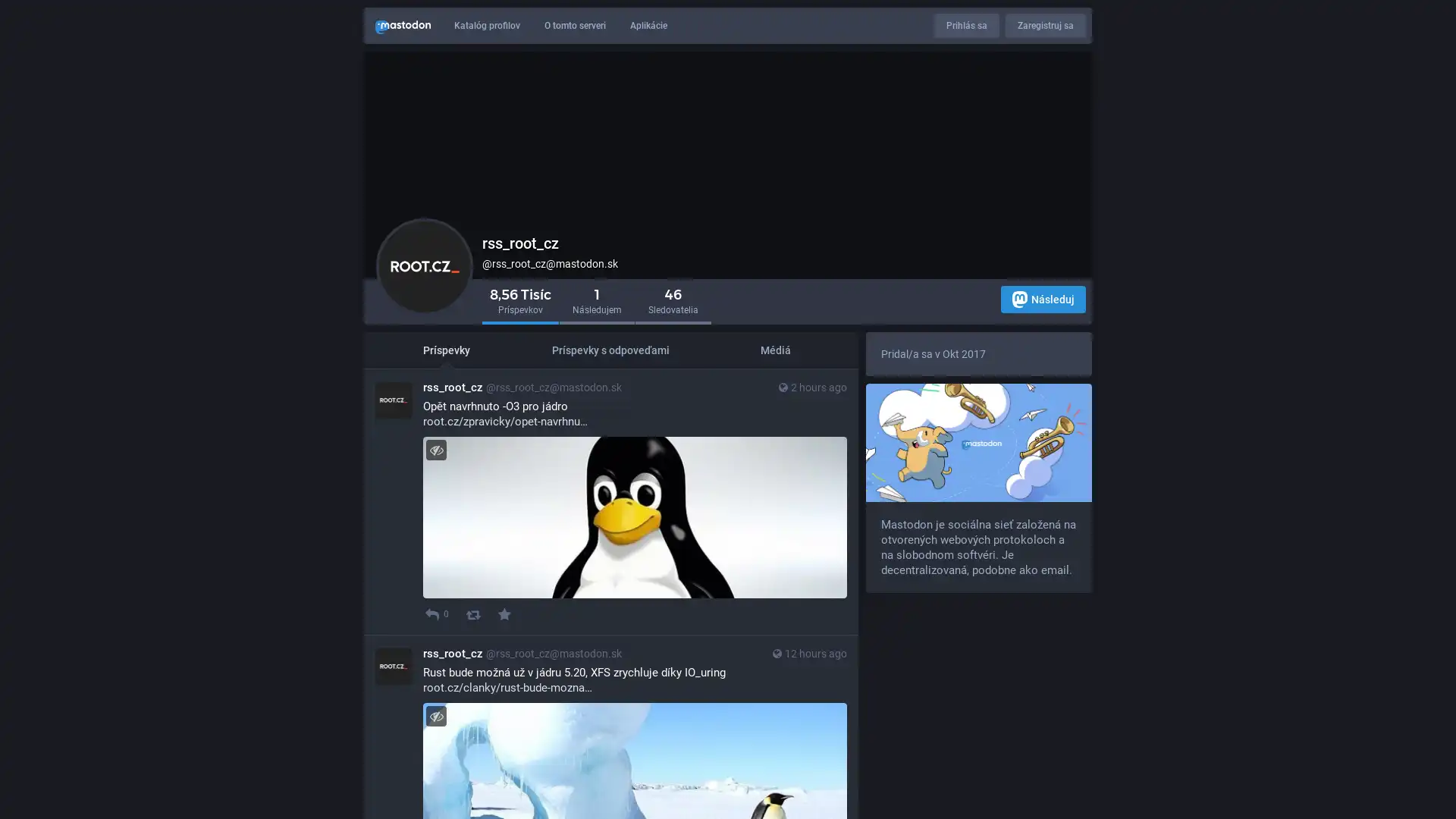 The height and width of the screenshot is (819, 1456). I want to click on Zapni/Vypni viditelnost, so click(435, 449).